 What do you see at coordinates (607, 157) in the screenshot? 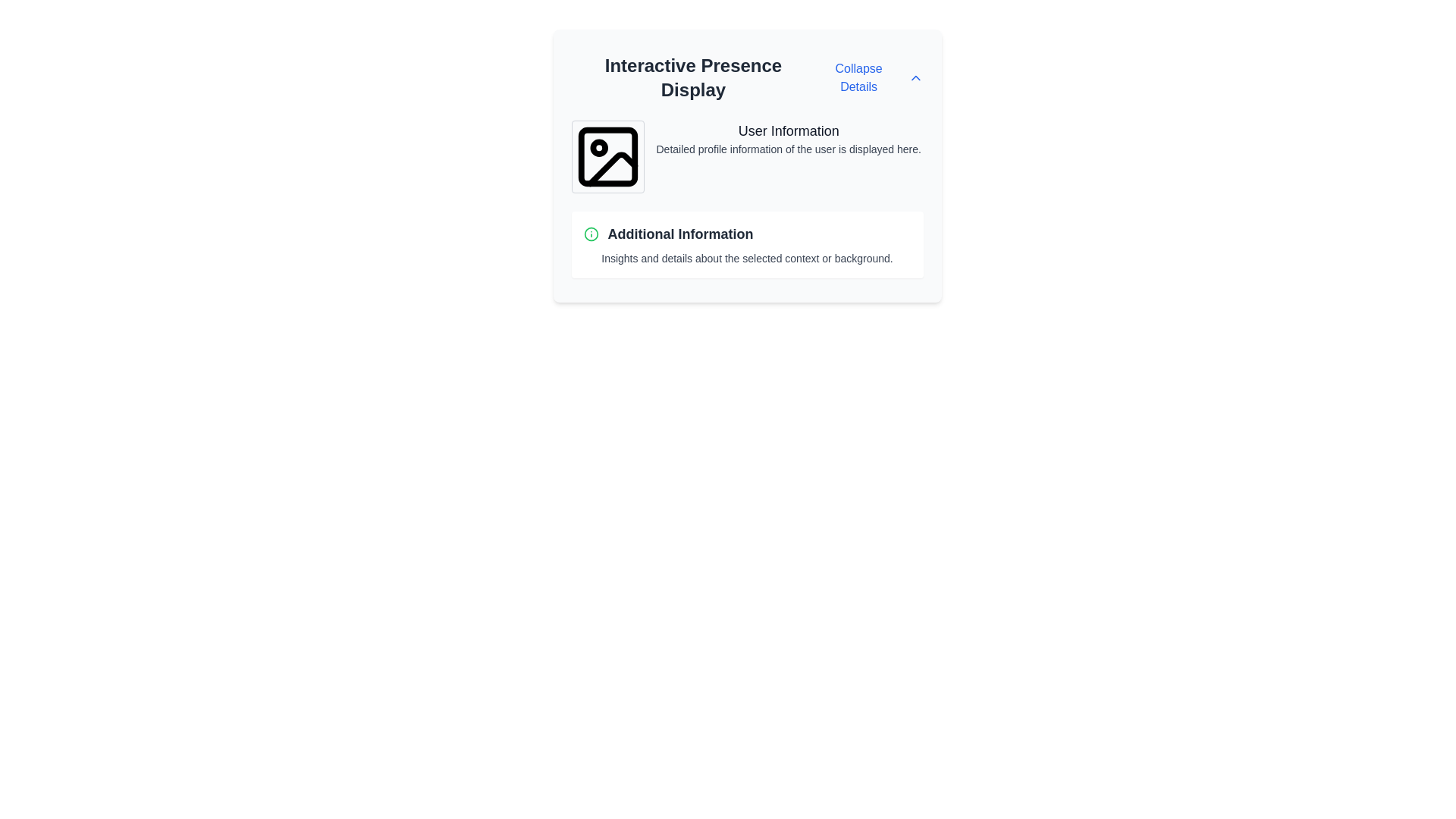
I see `the icon styled as a bordered square with rounded corners, located in the upper-left corner of the 'User Information' section` at bounding box center [607, 157].